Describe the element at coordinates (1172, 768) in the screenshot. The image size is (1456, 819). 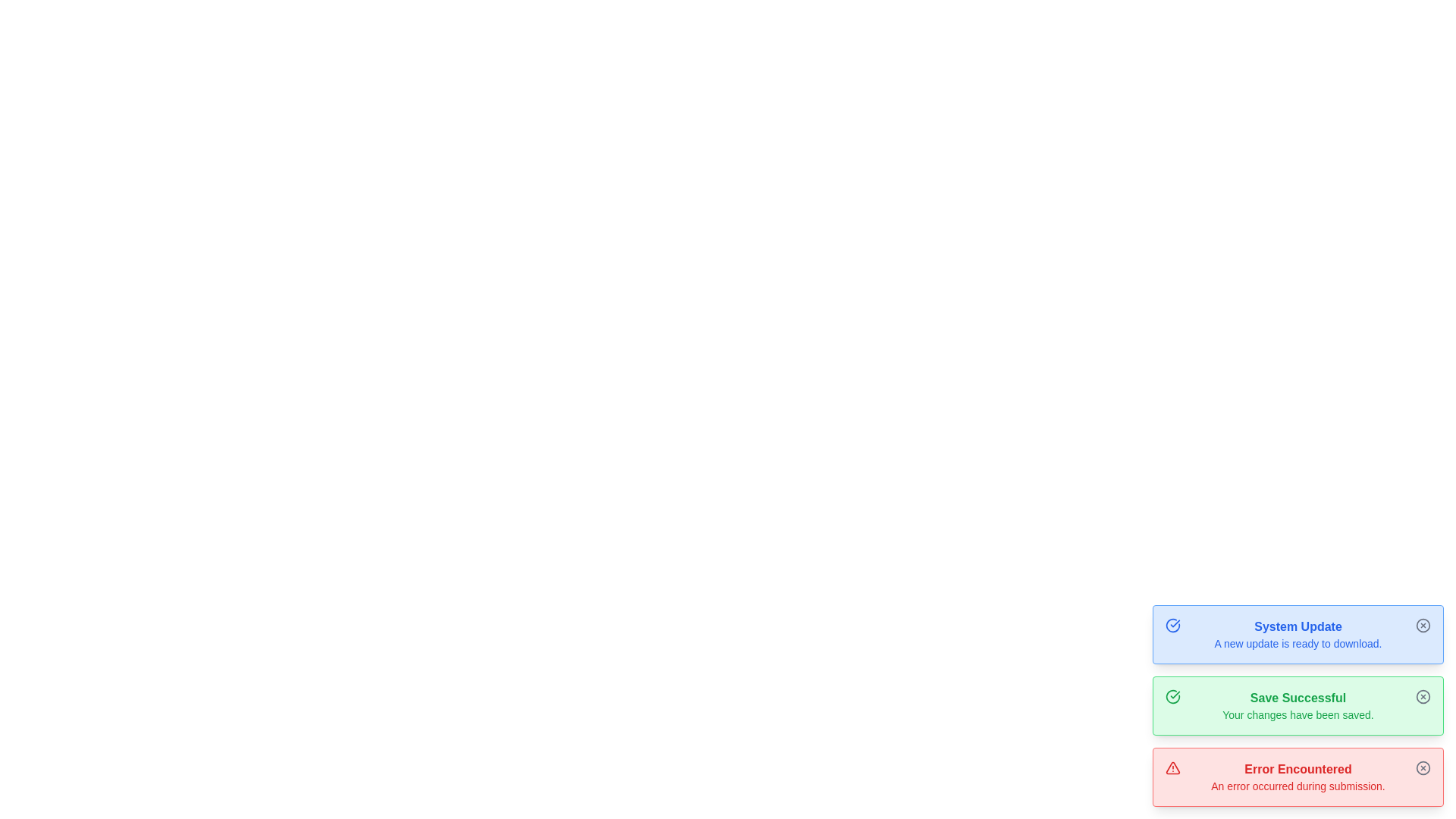
I see `the error alert icon located at the left side of the 'Error Encountered' message box, found at the bottom of the notification stack` at that location.